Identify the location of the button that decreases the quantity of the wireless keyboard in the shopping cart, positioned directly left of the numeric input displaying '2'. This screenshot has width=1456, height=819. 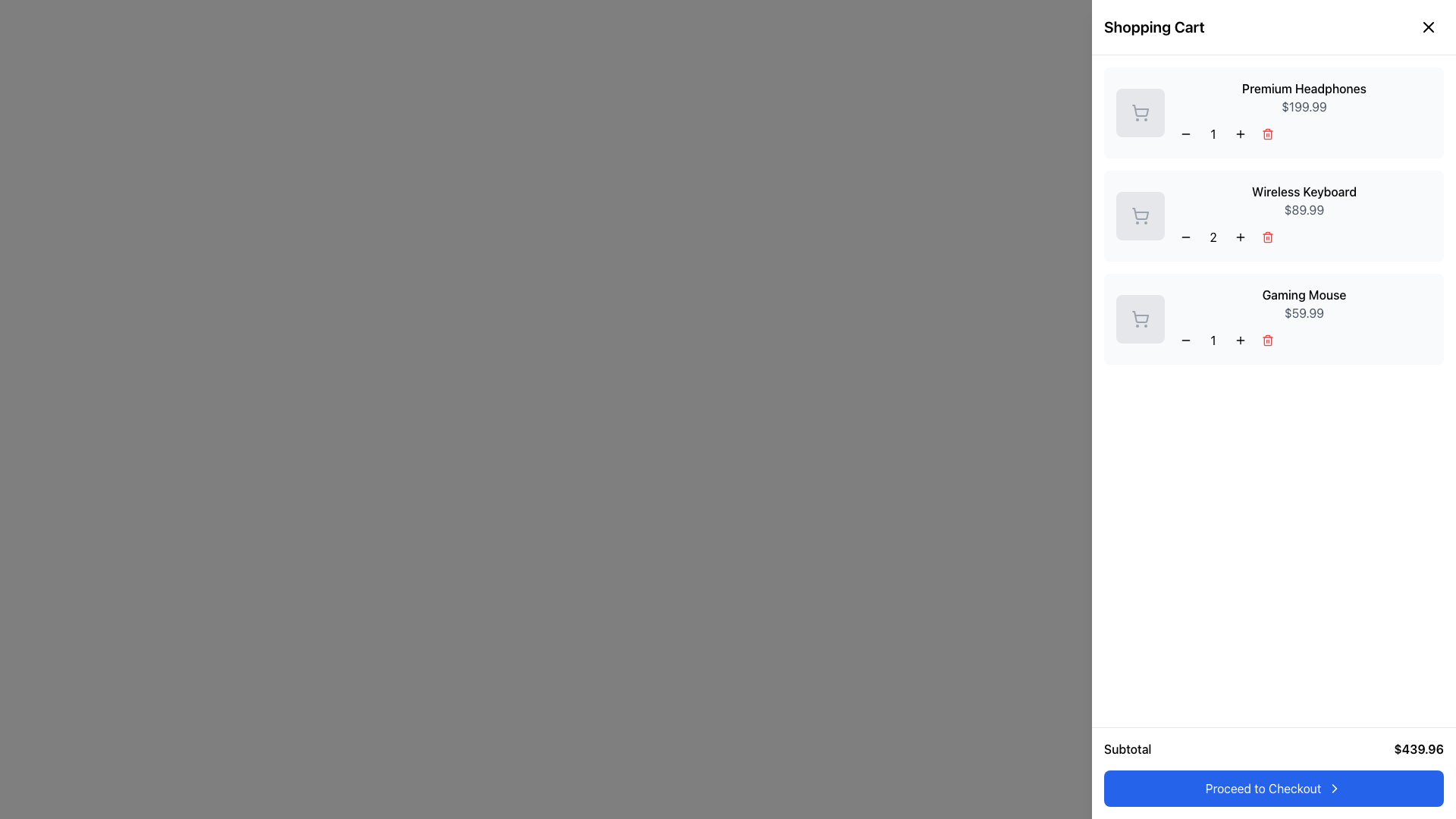
(1185, 237).